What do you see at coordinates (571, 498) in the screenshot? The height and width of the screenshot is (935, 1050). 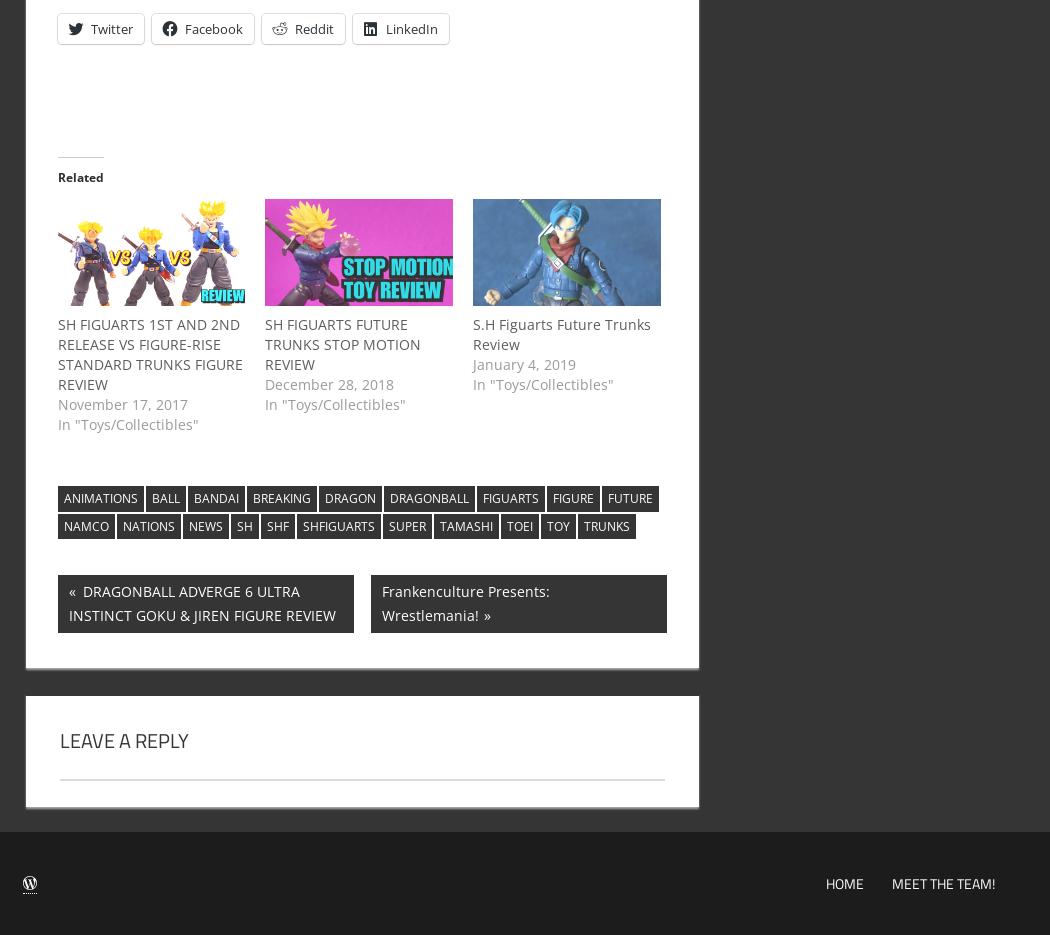 I see `'figure'` at bounding box center [571, 498].